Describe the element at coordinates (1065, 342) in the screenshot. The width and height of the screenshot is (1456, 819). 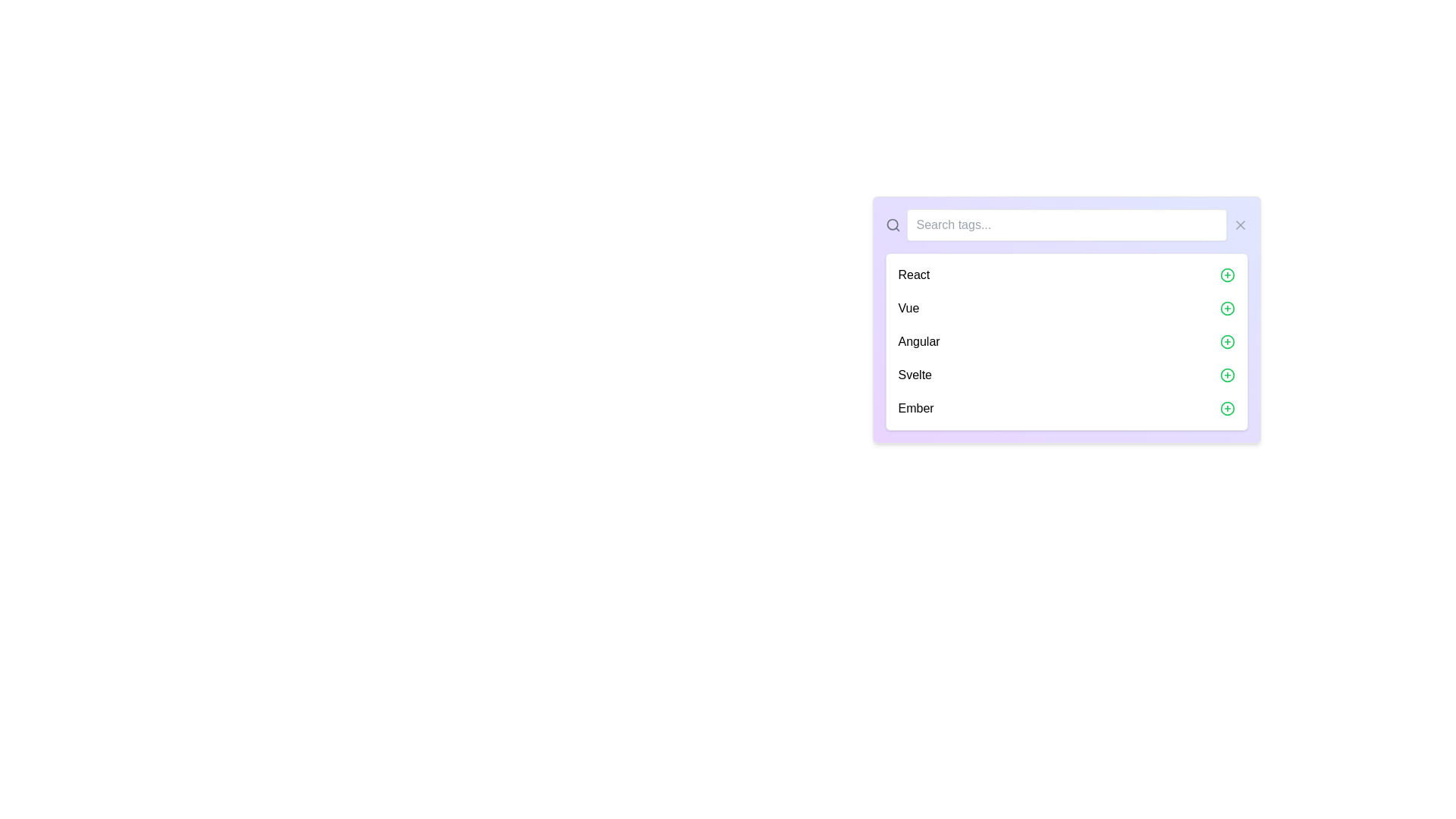
I see `the selectable item in the list labeled 'Angular' which is part of a larger UI component for programming frameworks` at that location.